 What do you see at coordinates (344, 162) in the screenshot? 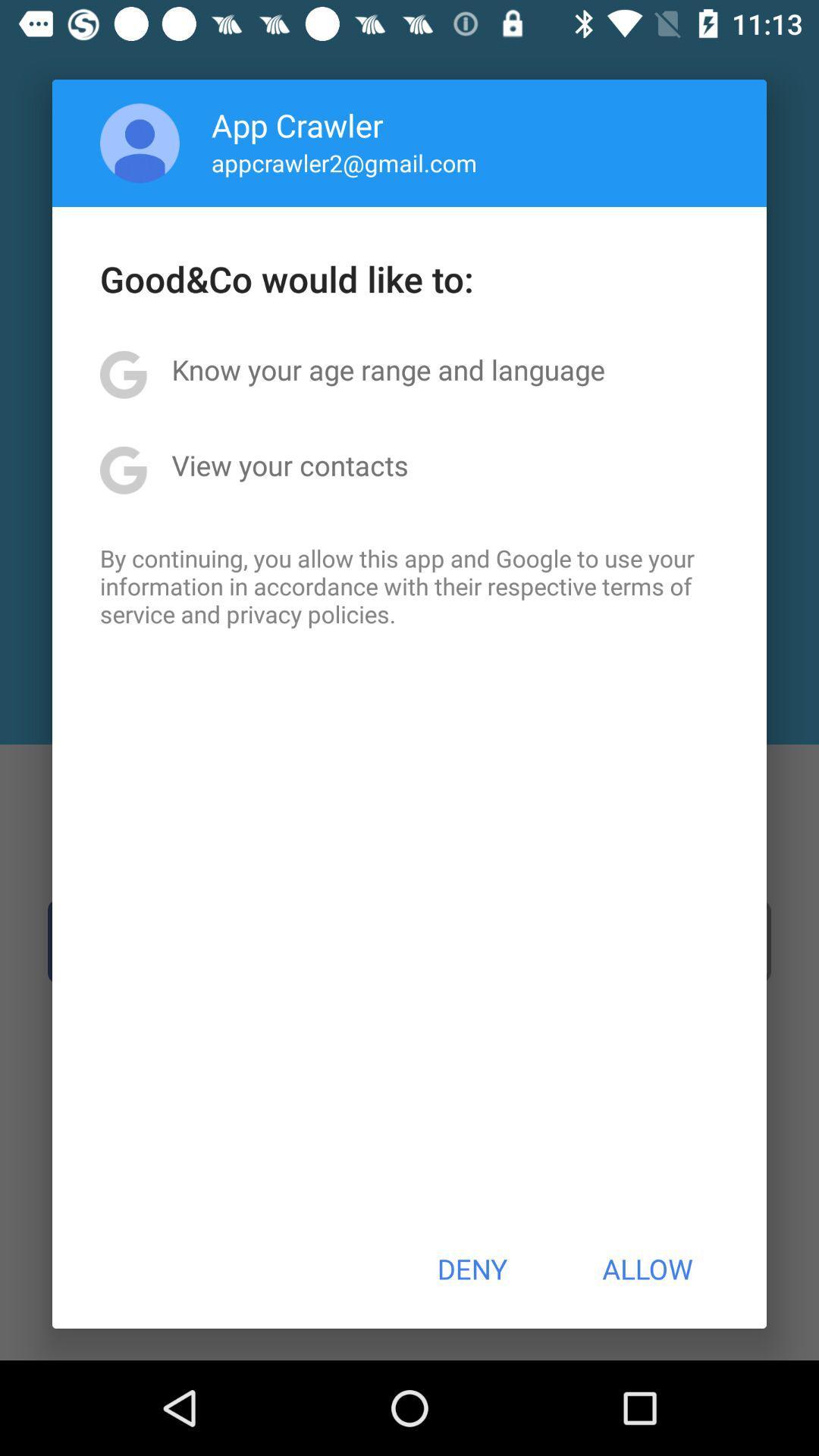
I see `app below the app crawler` at bounding box center [344, 162].